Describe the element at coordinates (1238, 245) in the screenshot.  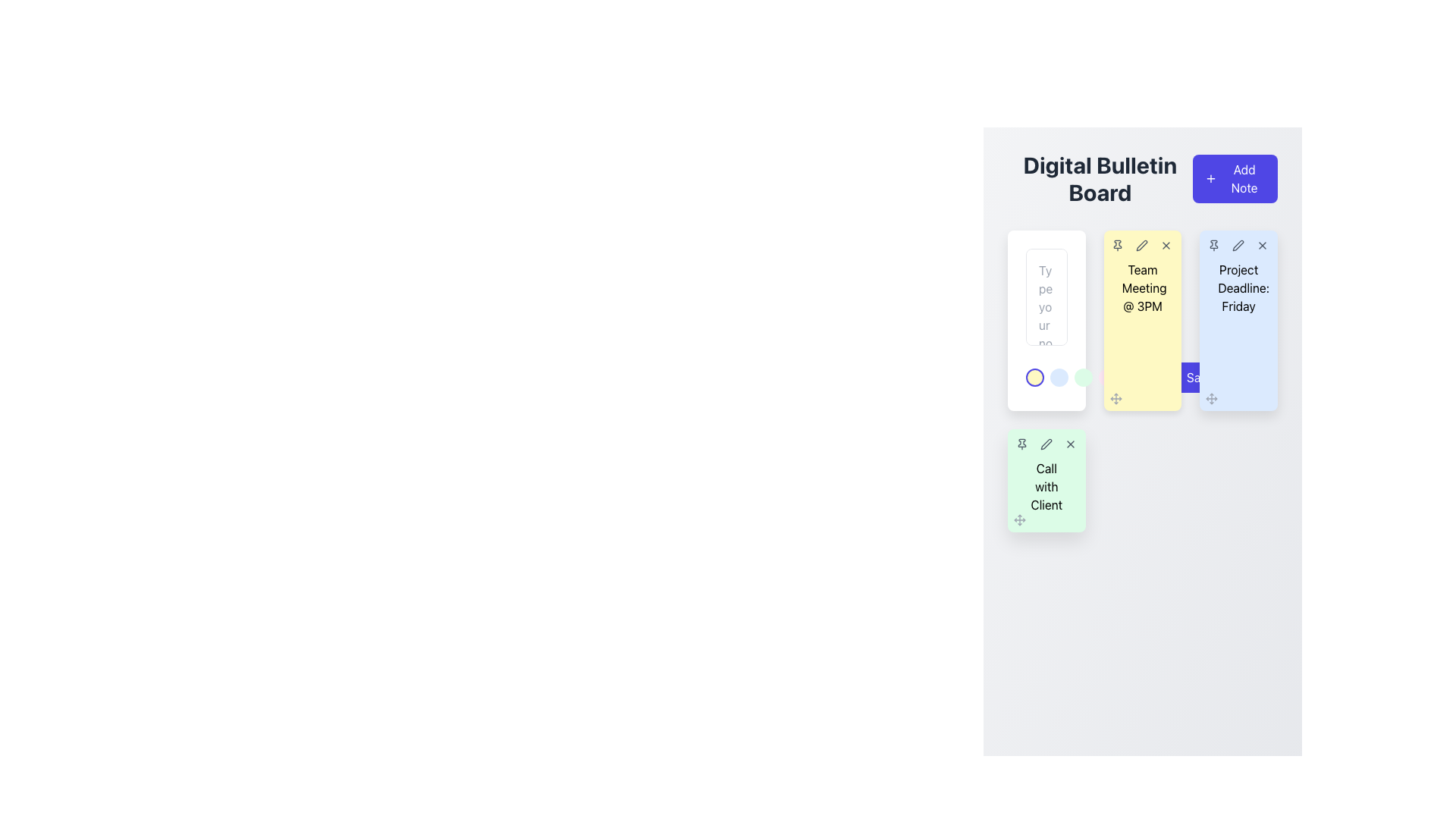
I see `the edit icon located in the top-right corner of the blue note card labeled 'Project Deadline: Friday' to initiate an edit action` at that location.